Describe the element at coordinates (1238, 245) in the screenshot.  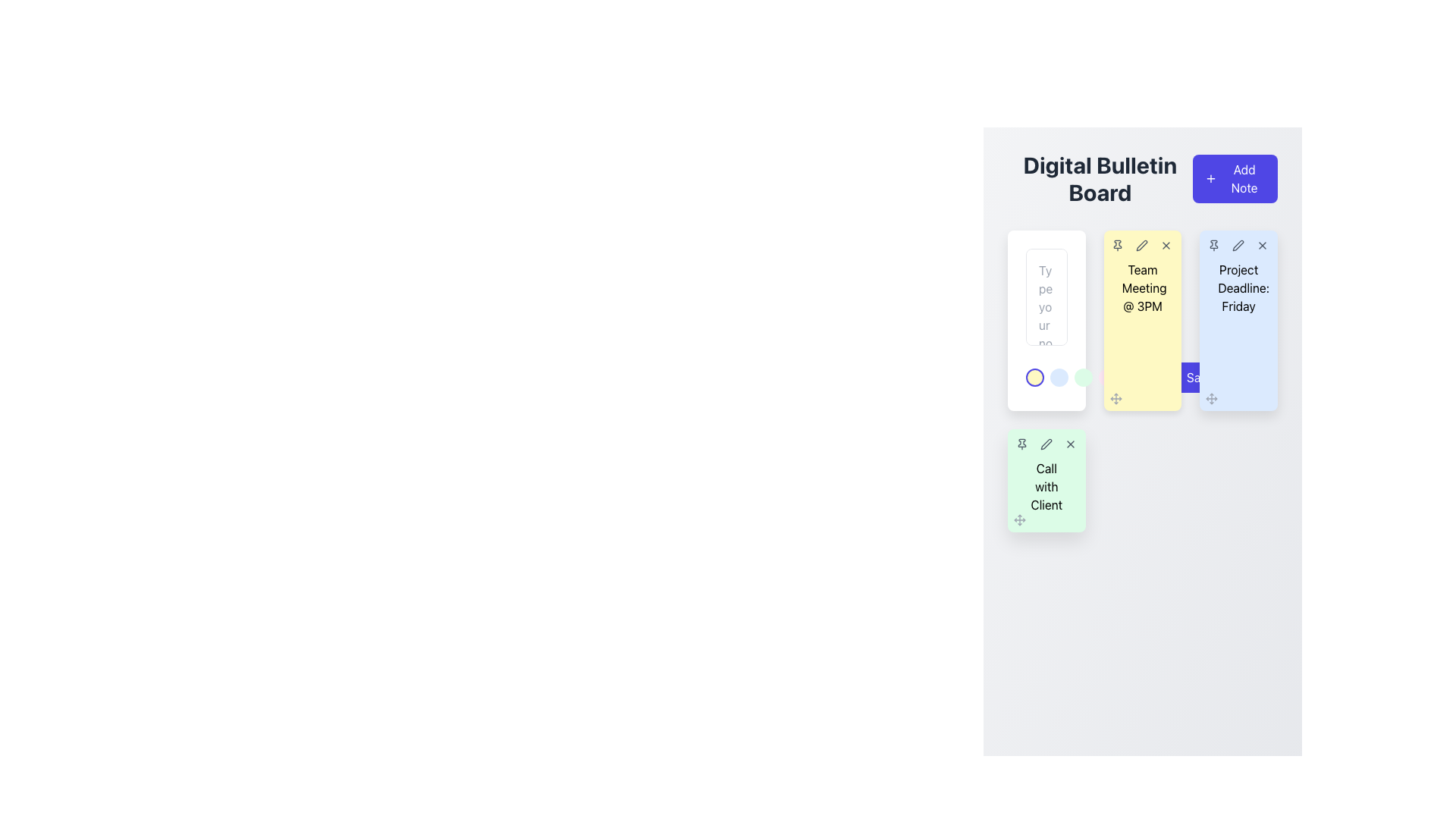
I see `the edit icon located in the top-right corner of the blue note card labeled 'Project Deadline: Friday' to initiate an edit action` at that location.